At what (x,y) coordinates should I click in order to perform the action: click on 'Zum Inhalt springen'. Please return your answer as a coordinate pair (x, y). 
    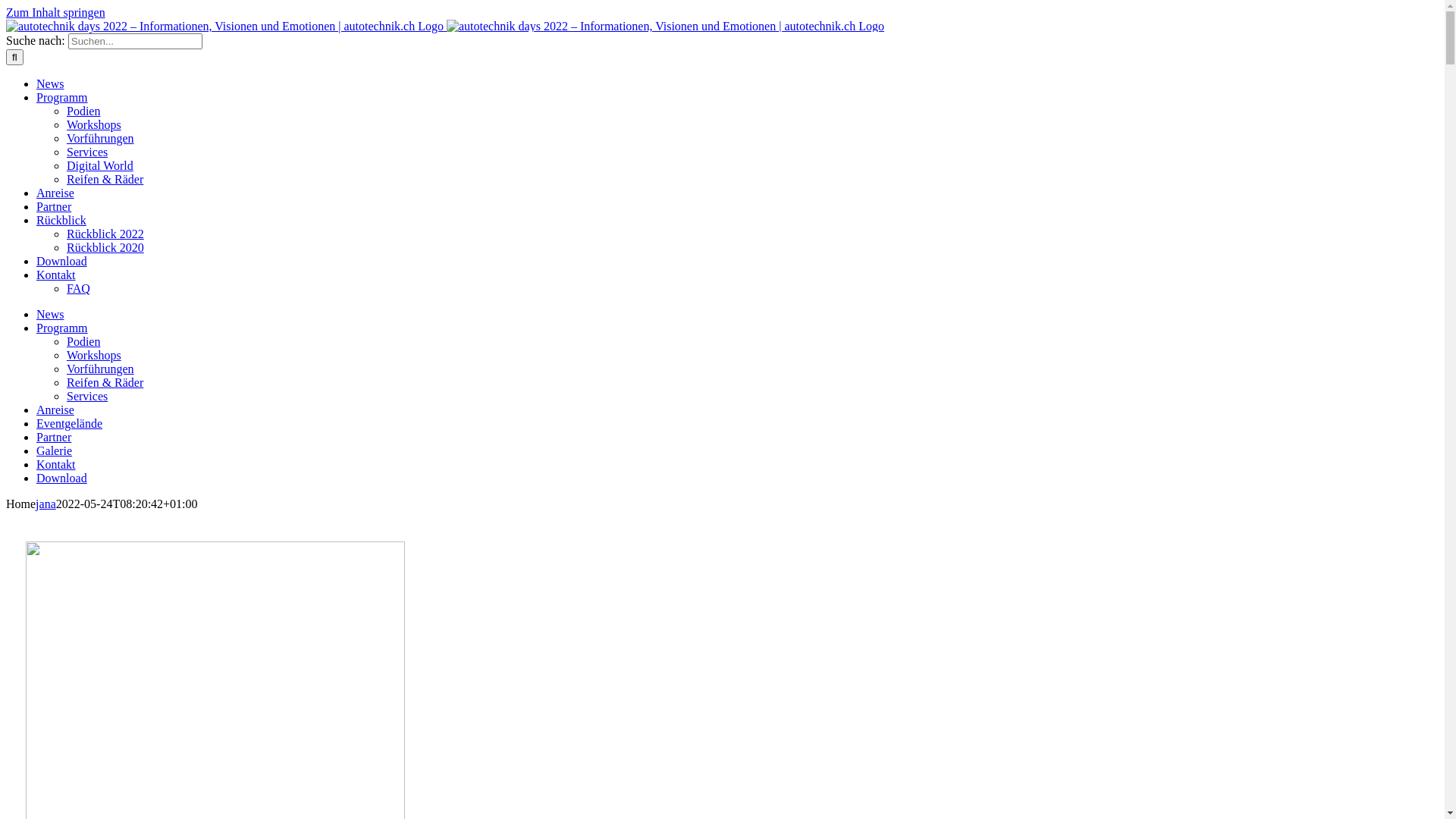
    Looking at the image, I should click on (55, 12).